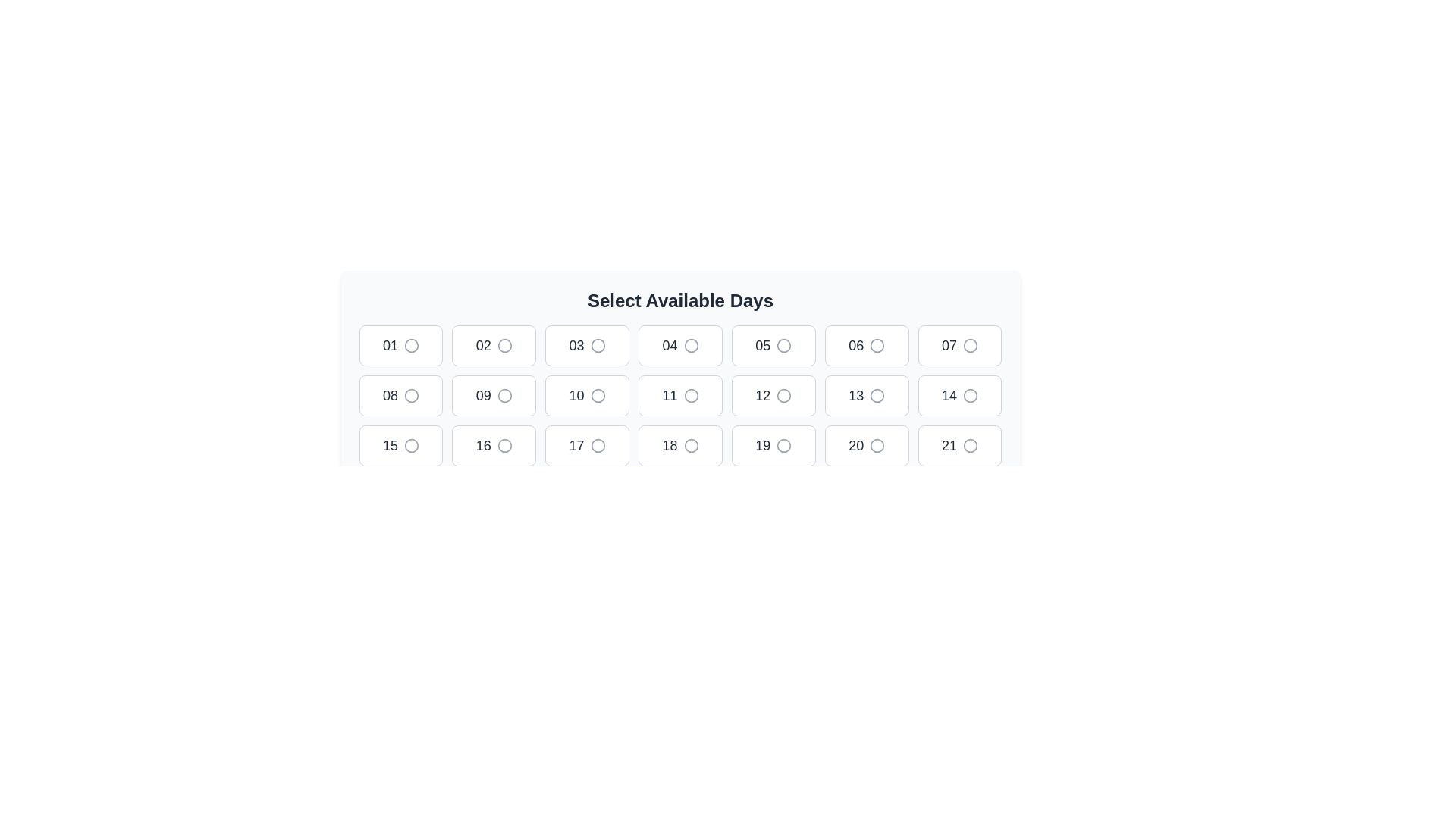 The image size is (1456, 819). Describe the element at coordinates (390, 444) in the screenshot. I see `the selectable static text element located in the third row, fifth column of the grid, which is inside a white rounded rectangle` at that location.